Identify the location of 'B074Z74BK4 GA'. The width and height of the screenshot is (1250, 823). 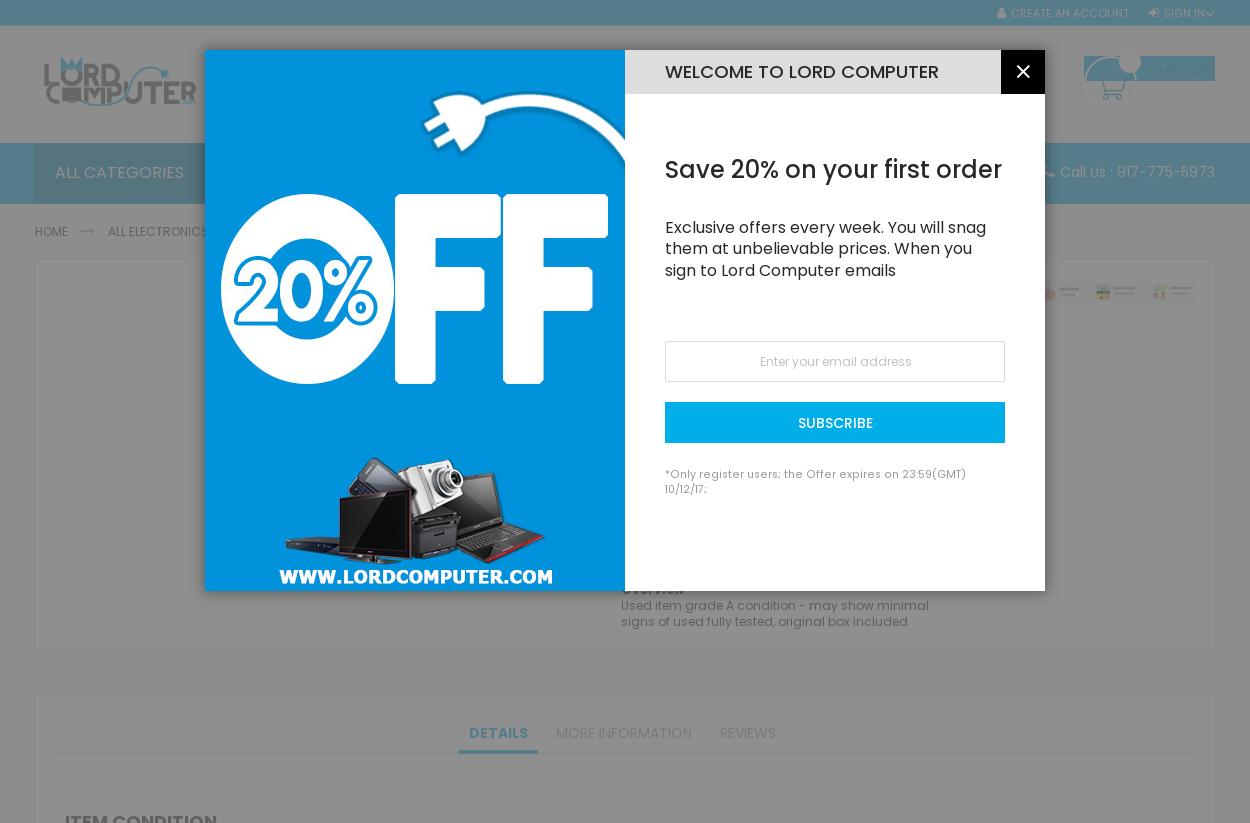
(746, 372).